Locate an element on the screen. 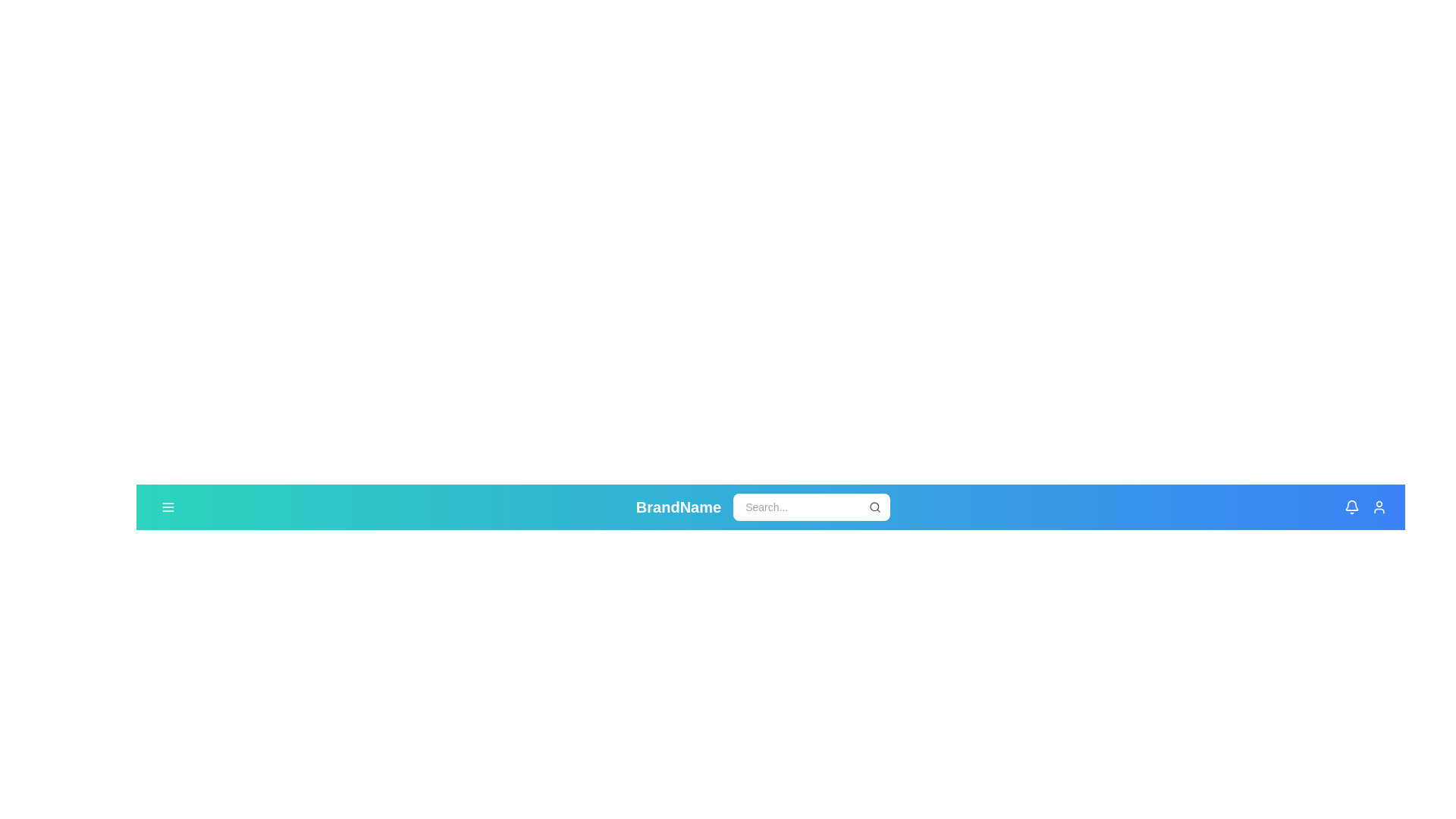 The width and height of the screenshot is (1456, 819). the search bar and type the text 'example' is located at coordinates (811, 507).